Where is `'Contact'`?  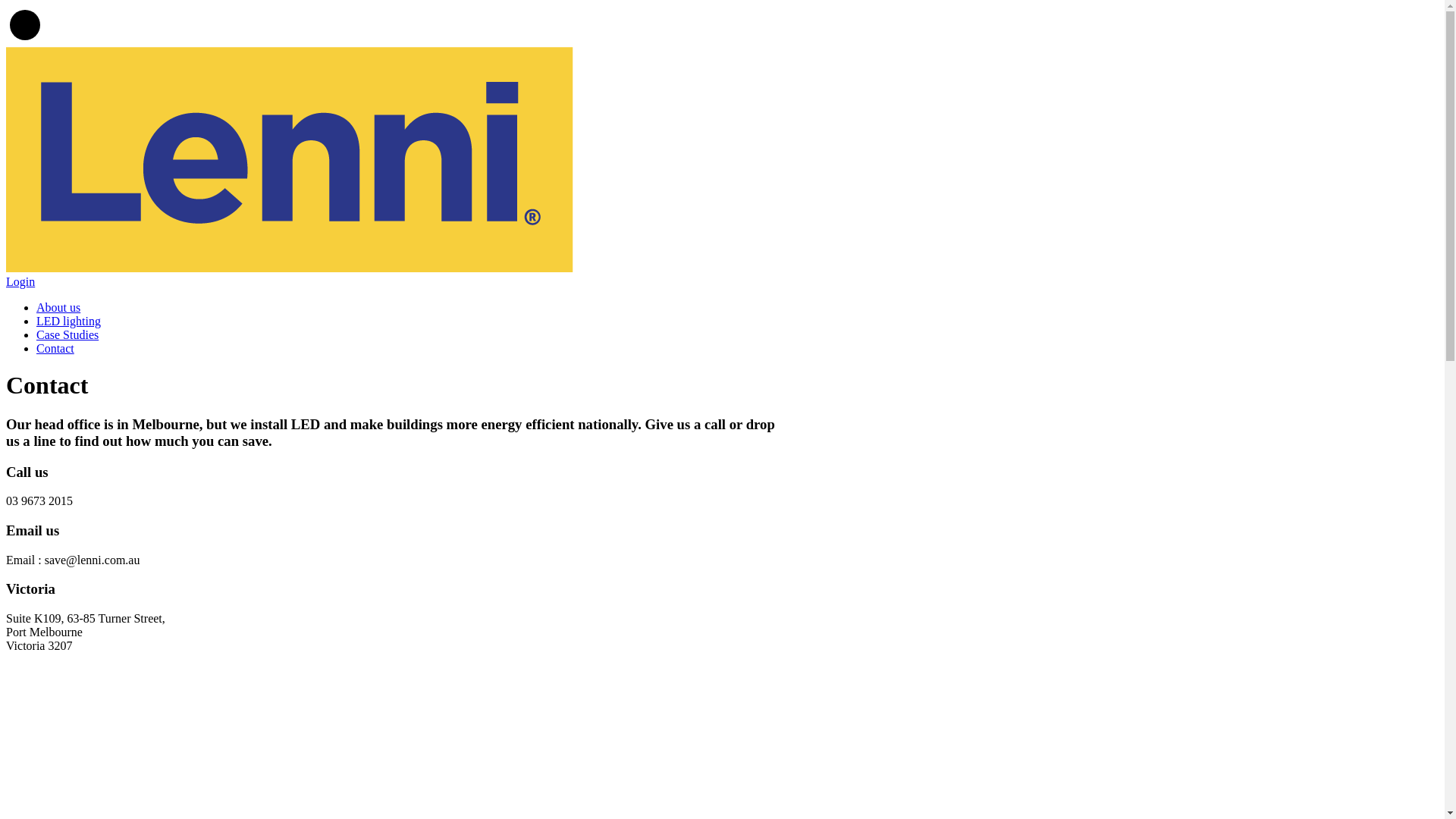 'Contact' is located at coordinates (55, 348).